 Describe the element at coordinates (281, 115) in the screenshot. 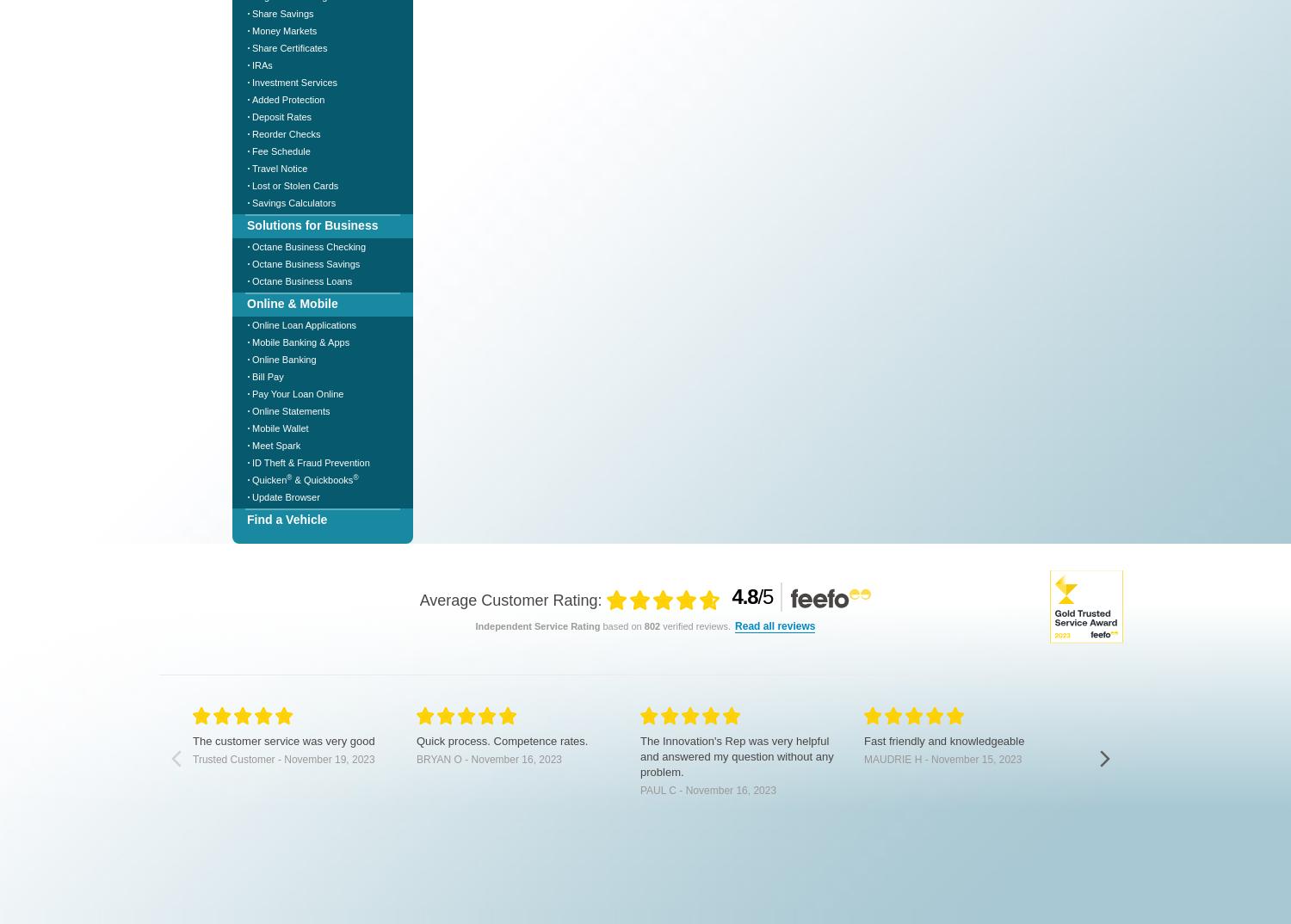

I see `'Deposit Rates'` at that location.